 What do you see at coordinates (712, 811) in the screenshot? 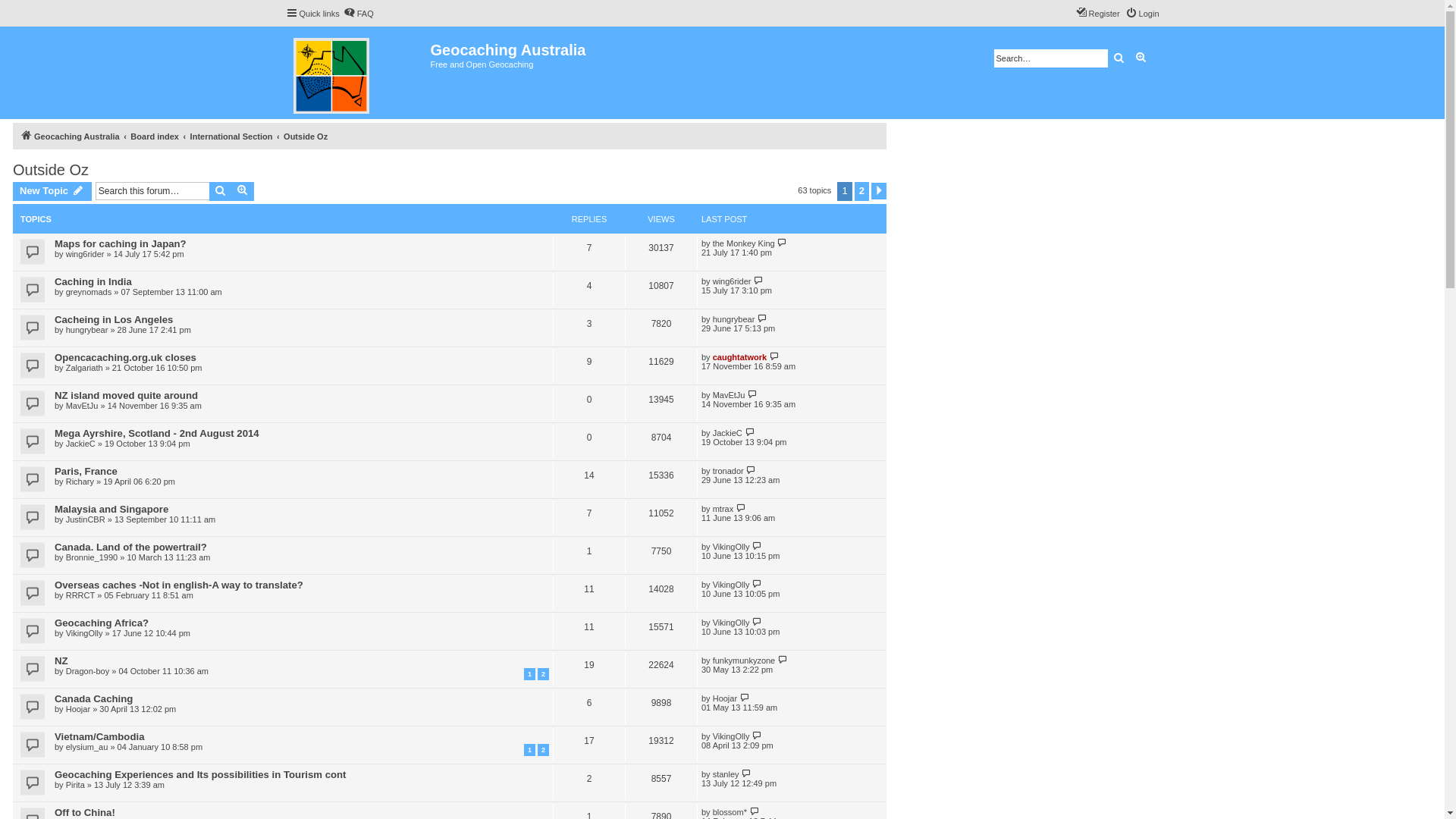
I see `'blossom*'` at bounding box center [712, 811].